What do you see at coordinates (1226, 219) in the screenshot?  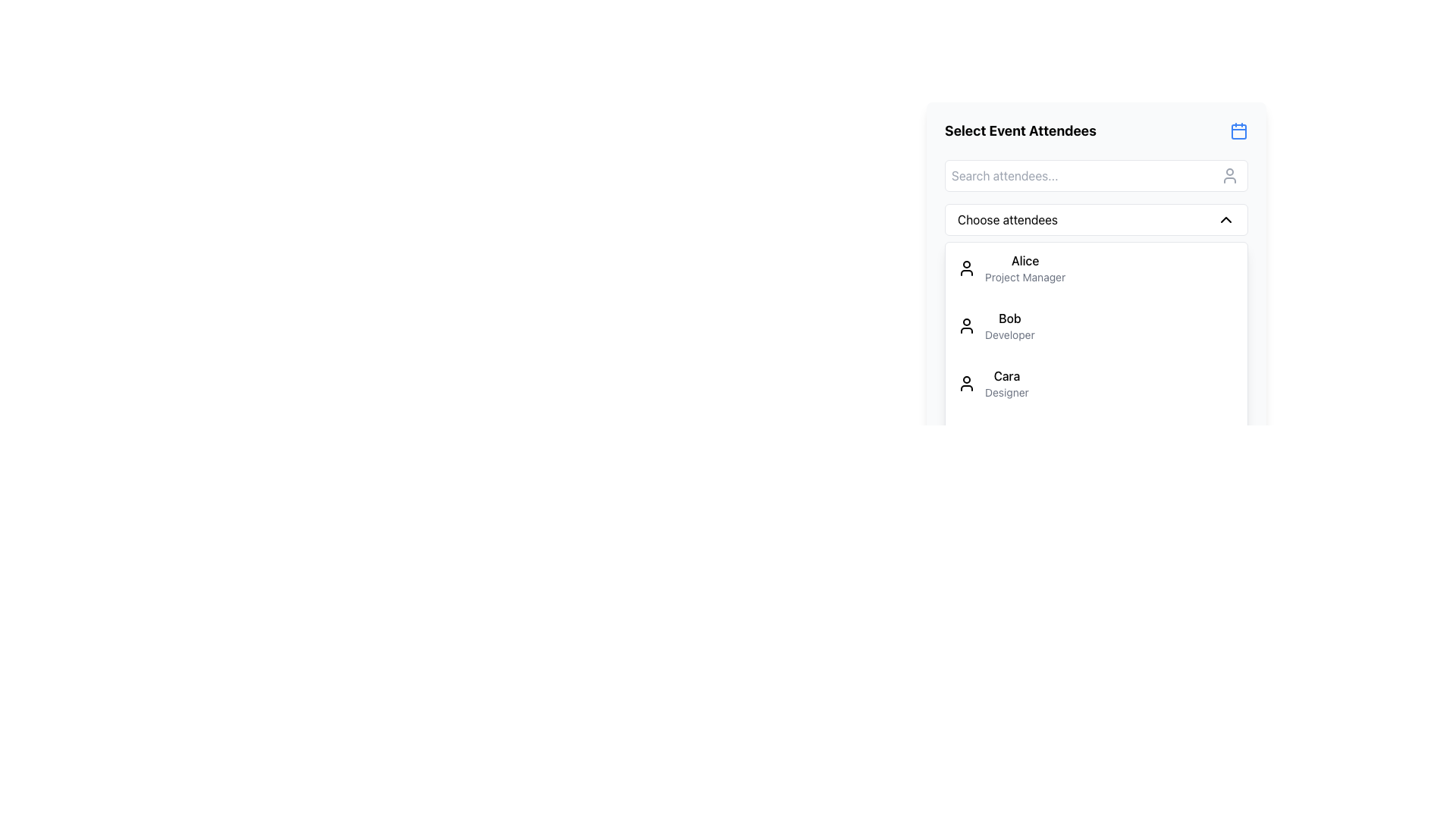 I see `the chevron-up icon located on the right side of the 'Choose attendees' dropdown button, which is vertically centered within the button` at bounding box center [1226, 219].